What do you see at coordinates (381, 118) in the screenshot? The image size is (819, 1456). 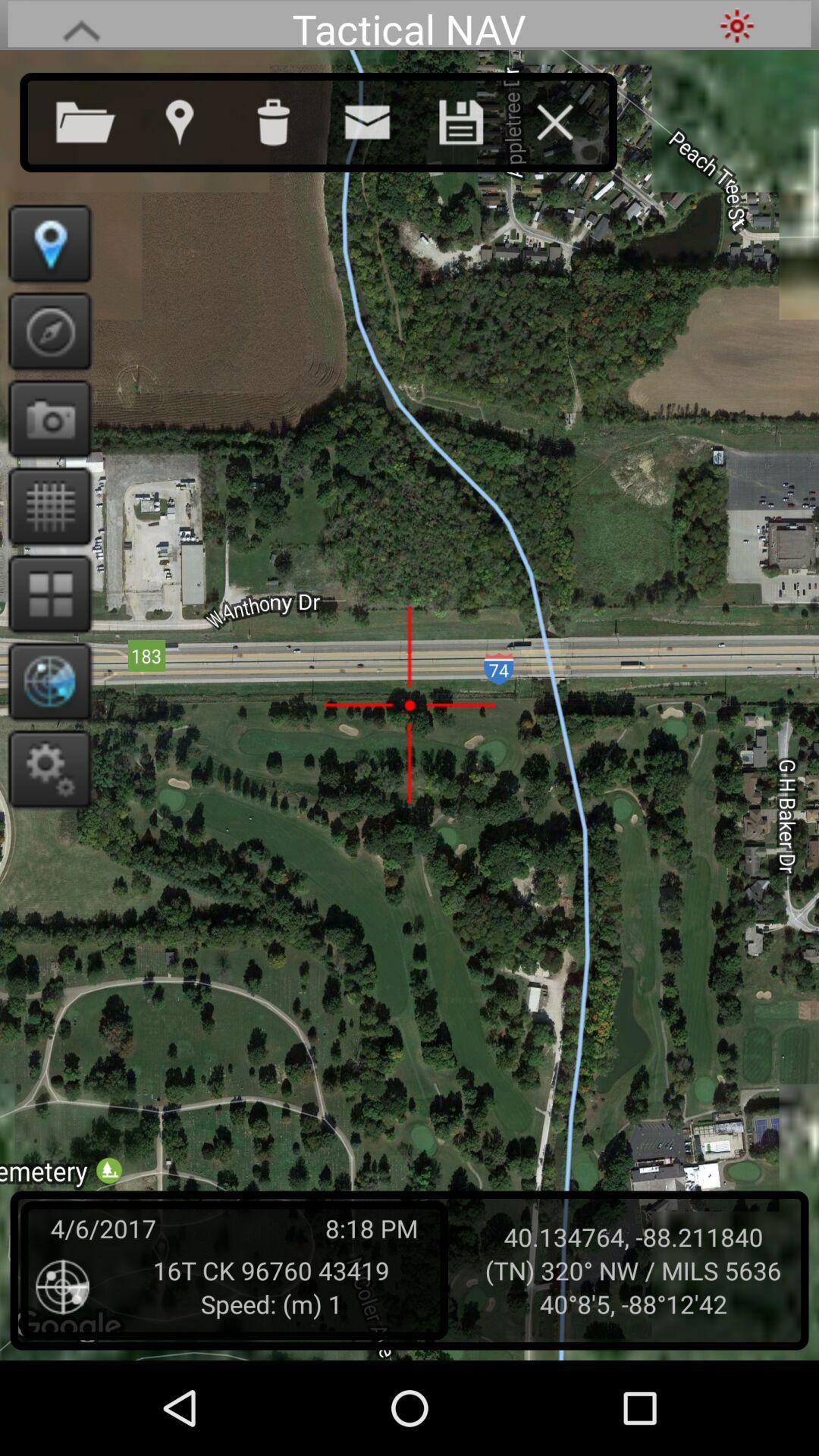 I see `sends via message` at bounding box center [381, 118].